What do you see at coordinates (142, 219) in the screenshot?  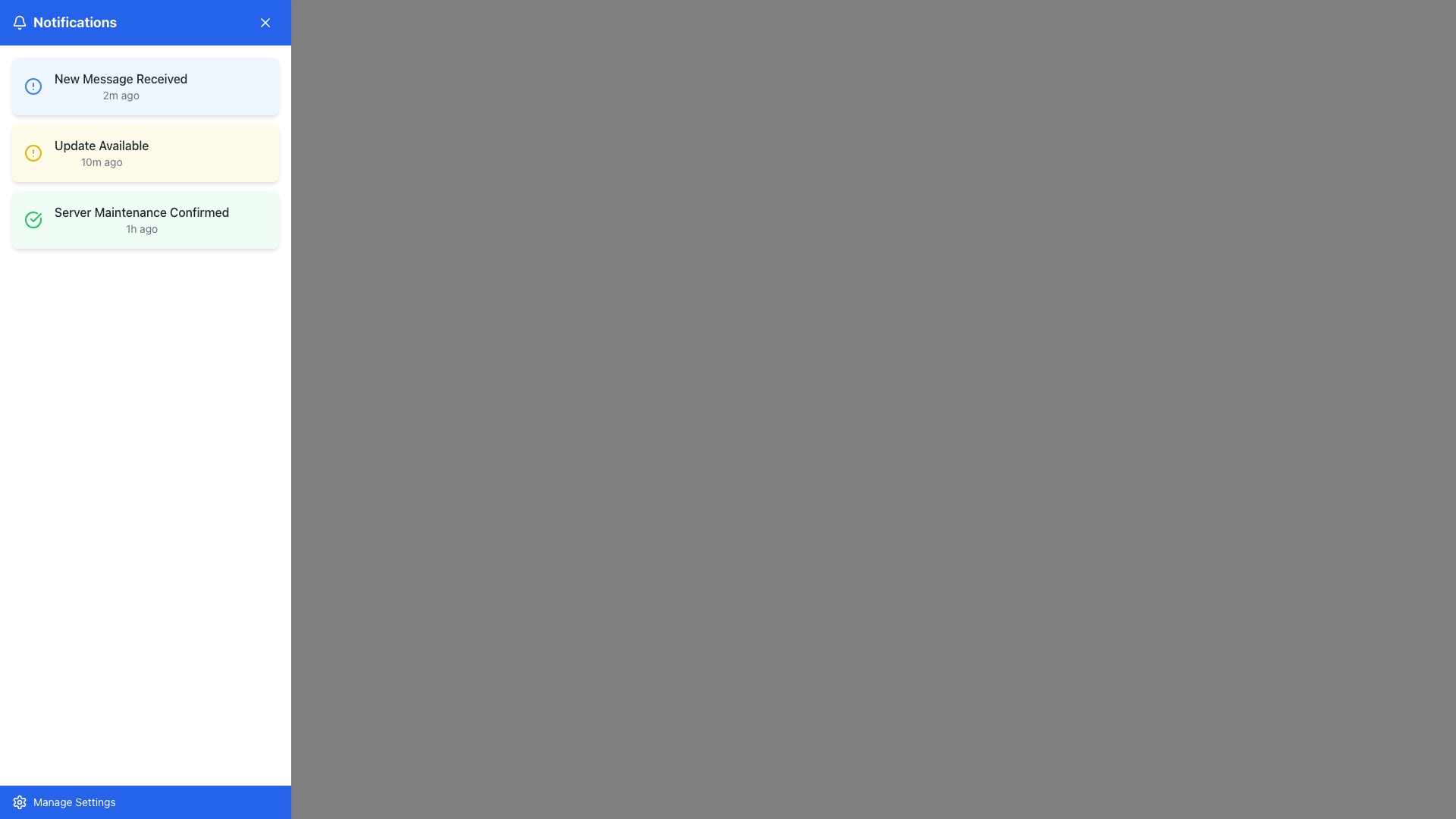 I see `the text block displaying the title and timestamp of a notification related to server maintenance confirmation, located third from the top in the notification list and aligned to the right of the green checkmark icon` at bounding box center [142, 219].